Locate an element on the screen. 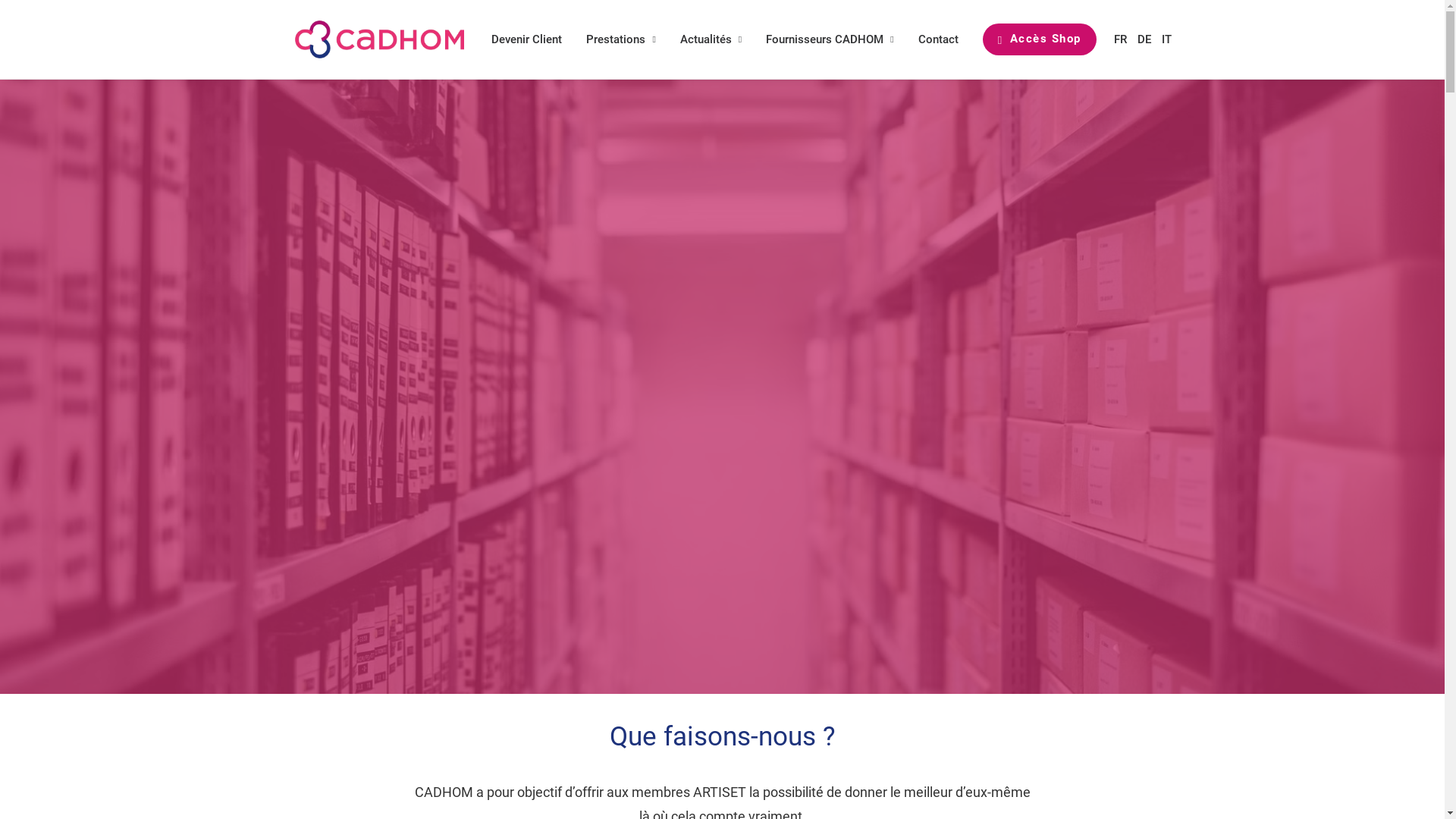 The width and height of the screenshot is (1456, 819). 'FR' is located at coordinates (1120, 38).